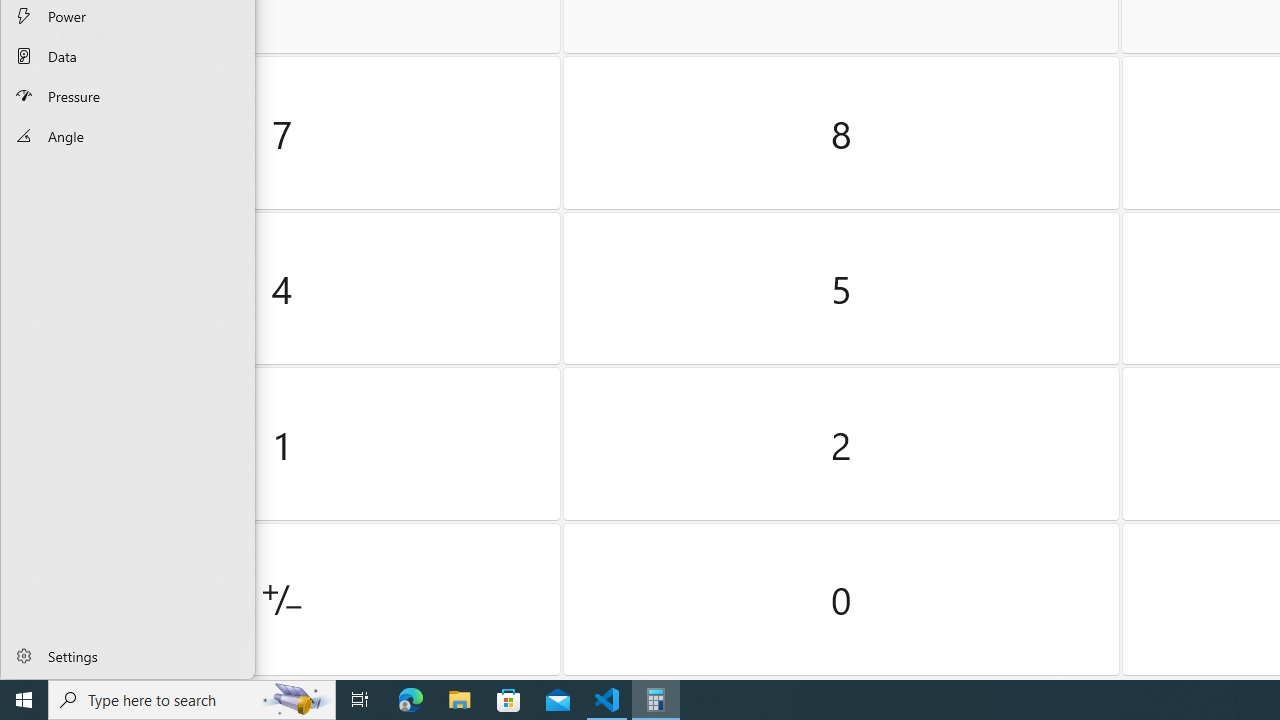 The width and height of the screenshot is (1280, 720). What do you see at coordinates (656, 698) in the screenshot?
I see `'Calculator - 1 running window'` at bounding box center [656, 698].